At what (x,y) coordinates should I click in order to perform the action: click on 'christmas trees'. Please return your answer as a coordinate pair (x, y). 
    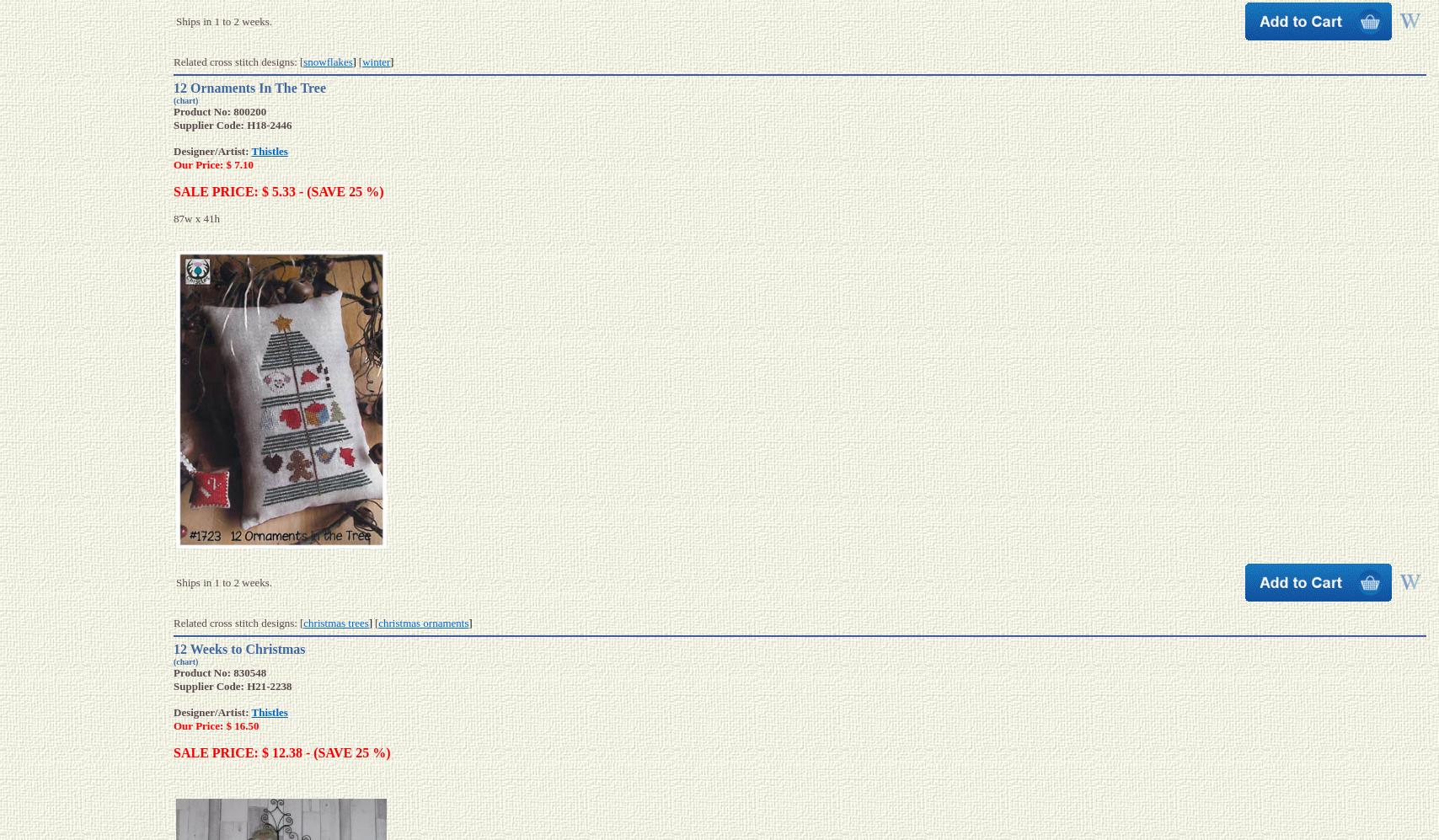
    Looking at the image, I should click on (303, 622).